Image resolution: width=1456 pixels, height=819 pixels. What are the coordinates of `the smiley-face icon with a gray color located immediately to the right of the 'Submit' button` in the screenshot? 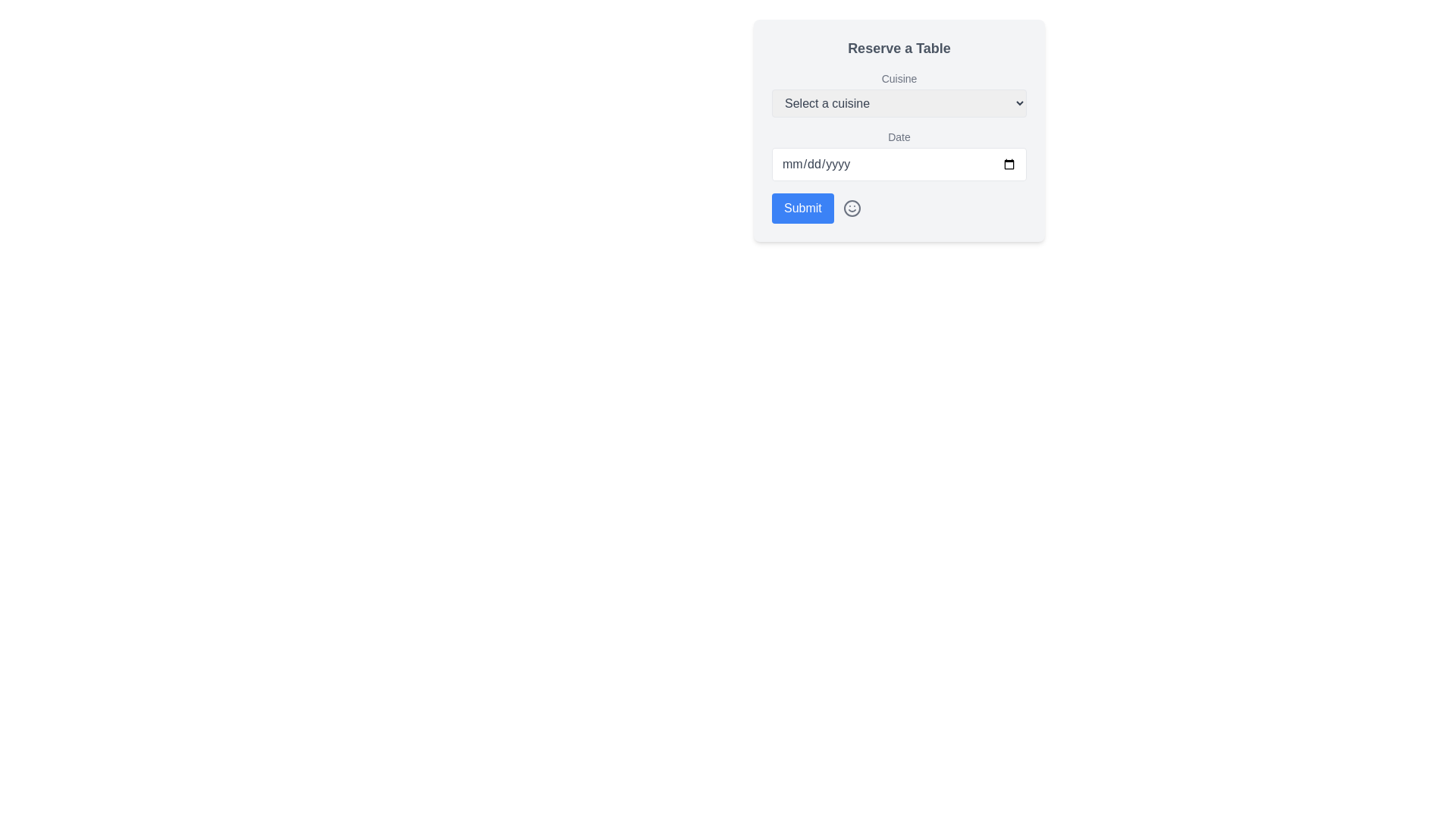 It's located at (852, 208).